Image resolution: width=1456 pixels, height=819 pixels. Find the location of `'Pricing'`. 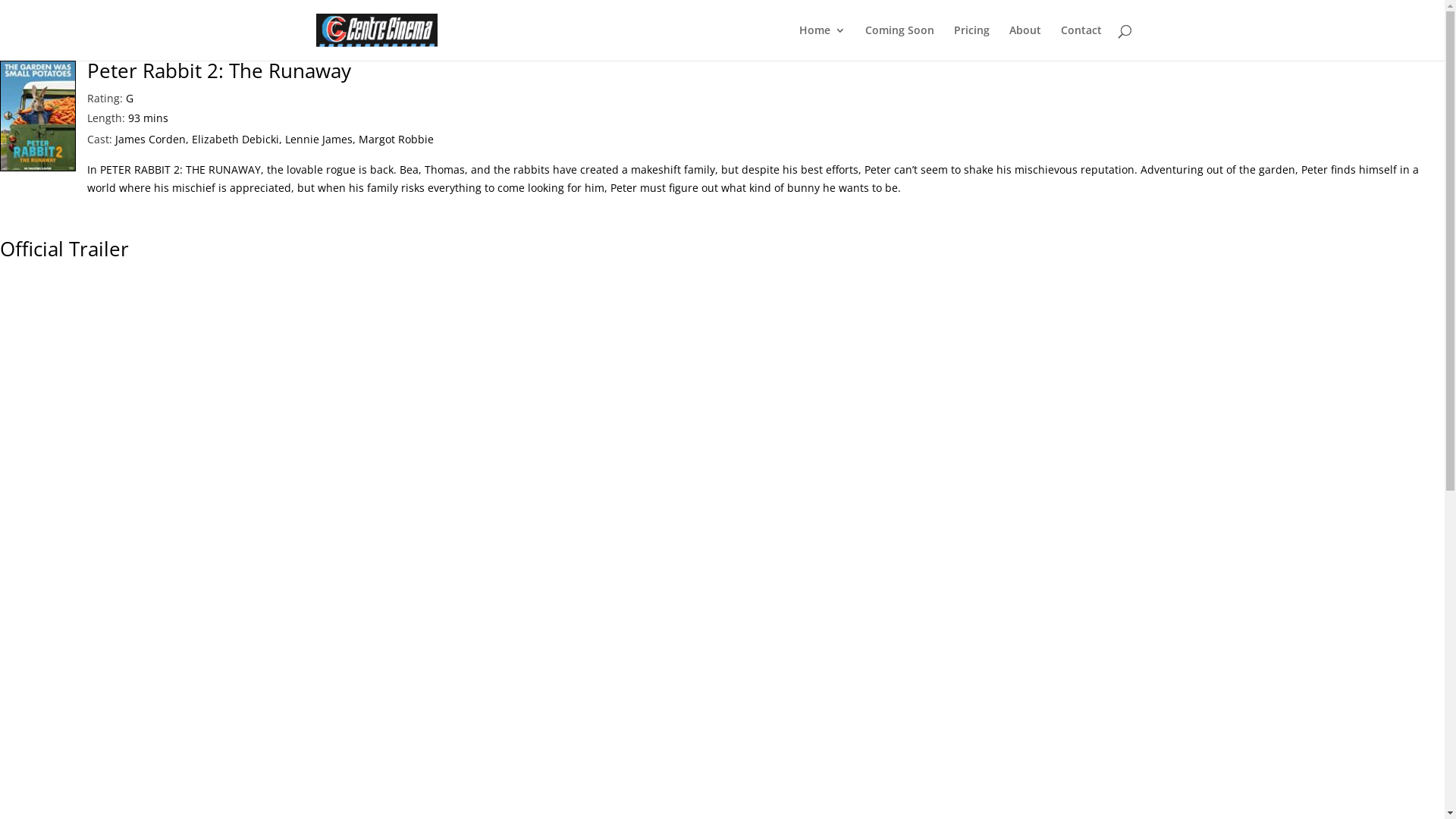

'Pricing' is located at coordinates (971, 42).